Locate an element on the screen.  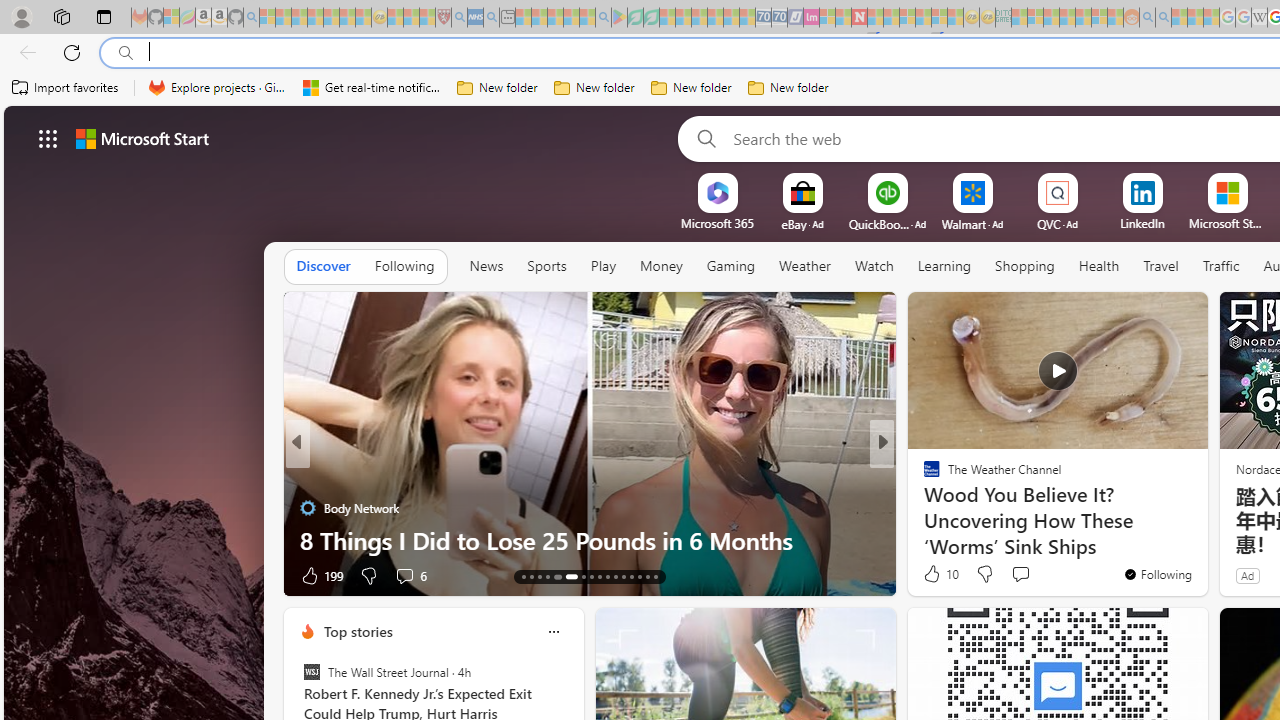
'AutomationID: tab-25' is located at coordinates (630, 577).